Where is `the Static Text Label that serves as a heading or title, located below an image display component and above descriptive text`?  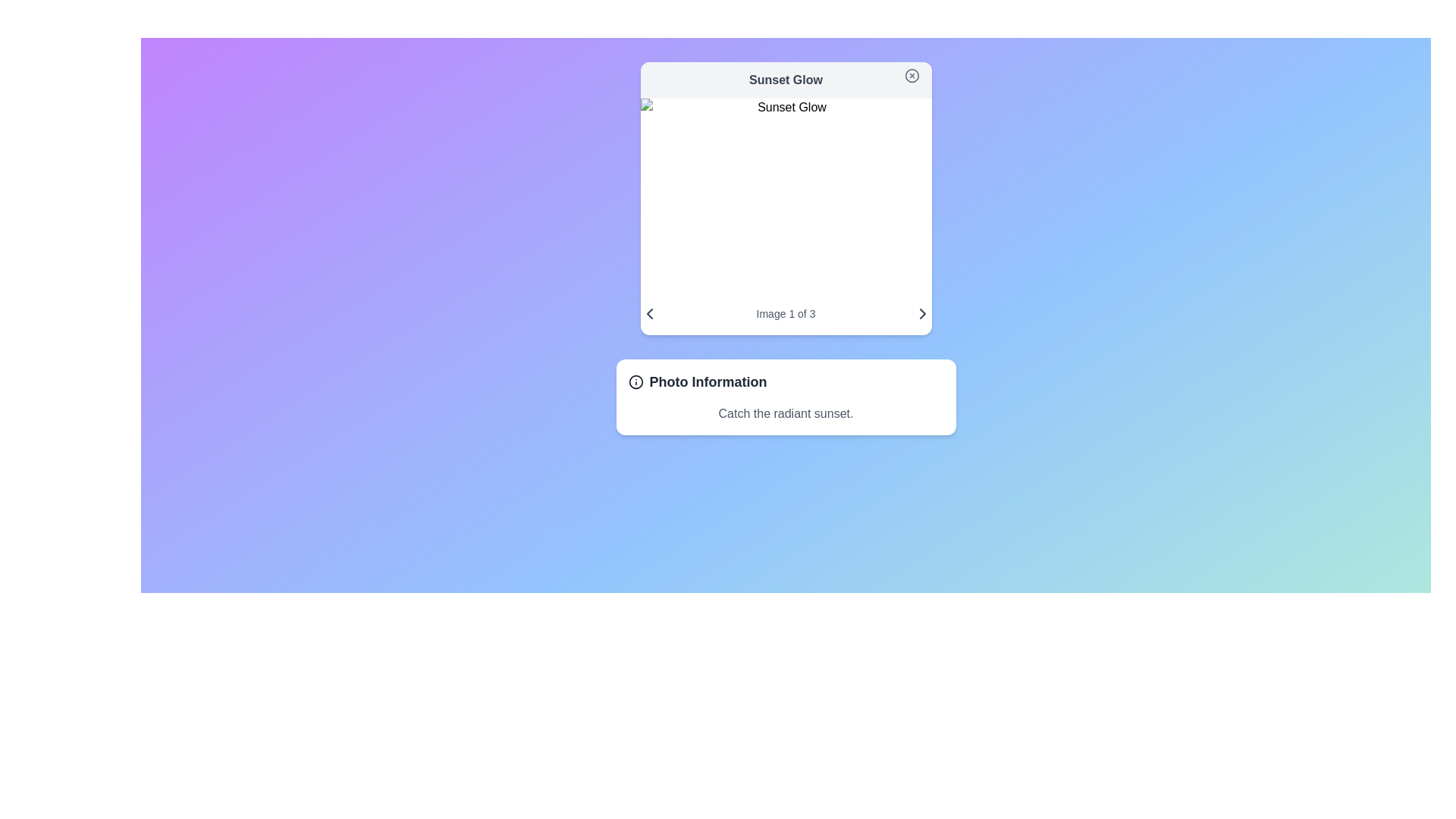
the Static Text Label that serves as a heading or title, located below an image display component and above descriptive text is located at coordinates (708, 381).